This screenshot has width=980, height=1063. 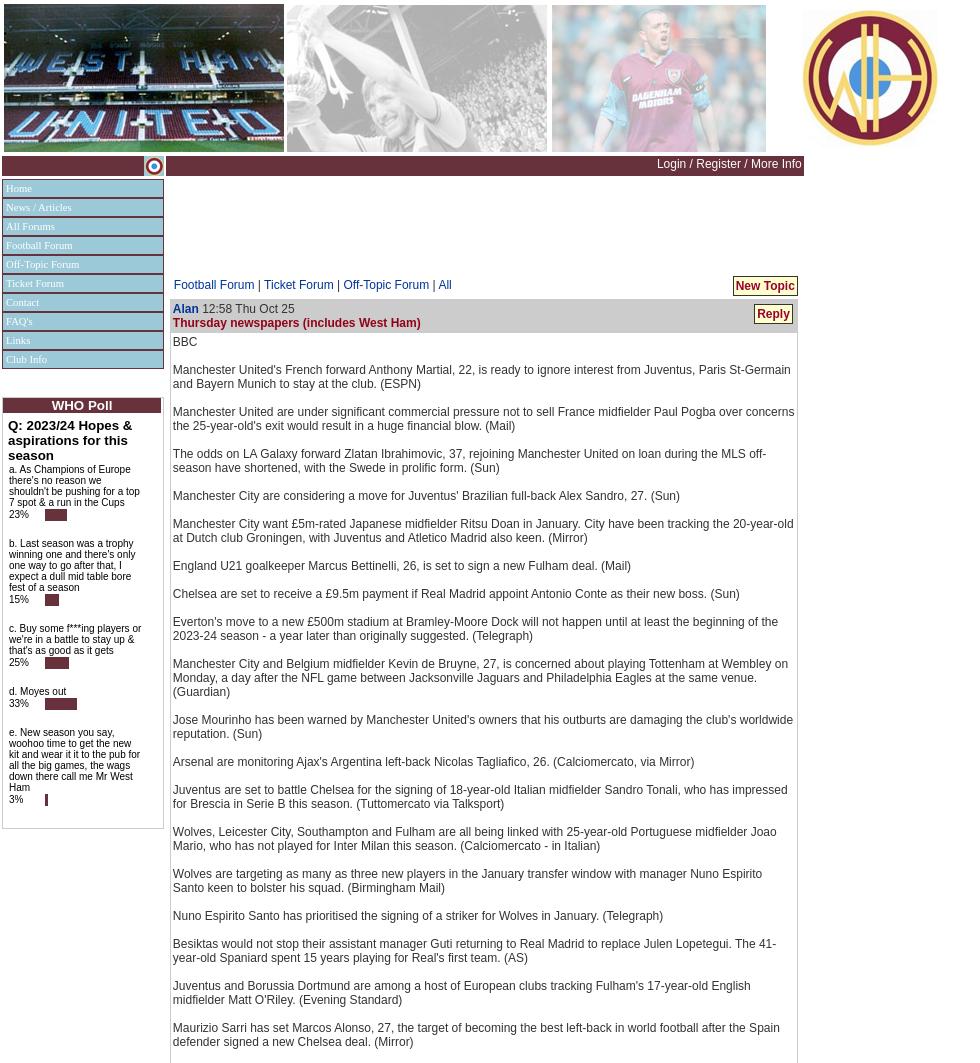 What do you see at coordinates (480, 676) in the screenshot?
I see `'Manchester City and Belgium midfielder Kevin de Bruyne, 27, is concerned about playing Tottenham at Wembley on Monday, a day after the NFL game between Jacksonville Jaguars and Philadelphia Eagles at the same venue. (Guardian)'` at bounding box center [480, 676].